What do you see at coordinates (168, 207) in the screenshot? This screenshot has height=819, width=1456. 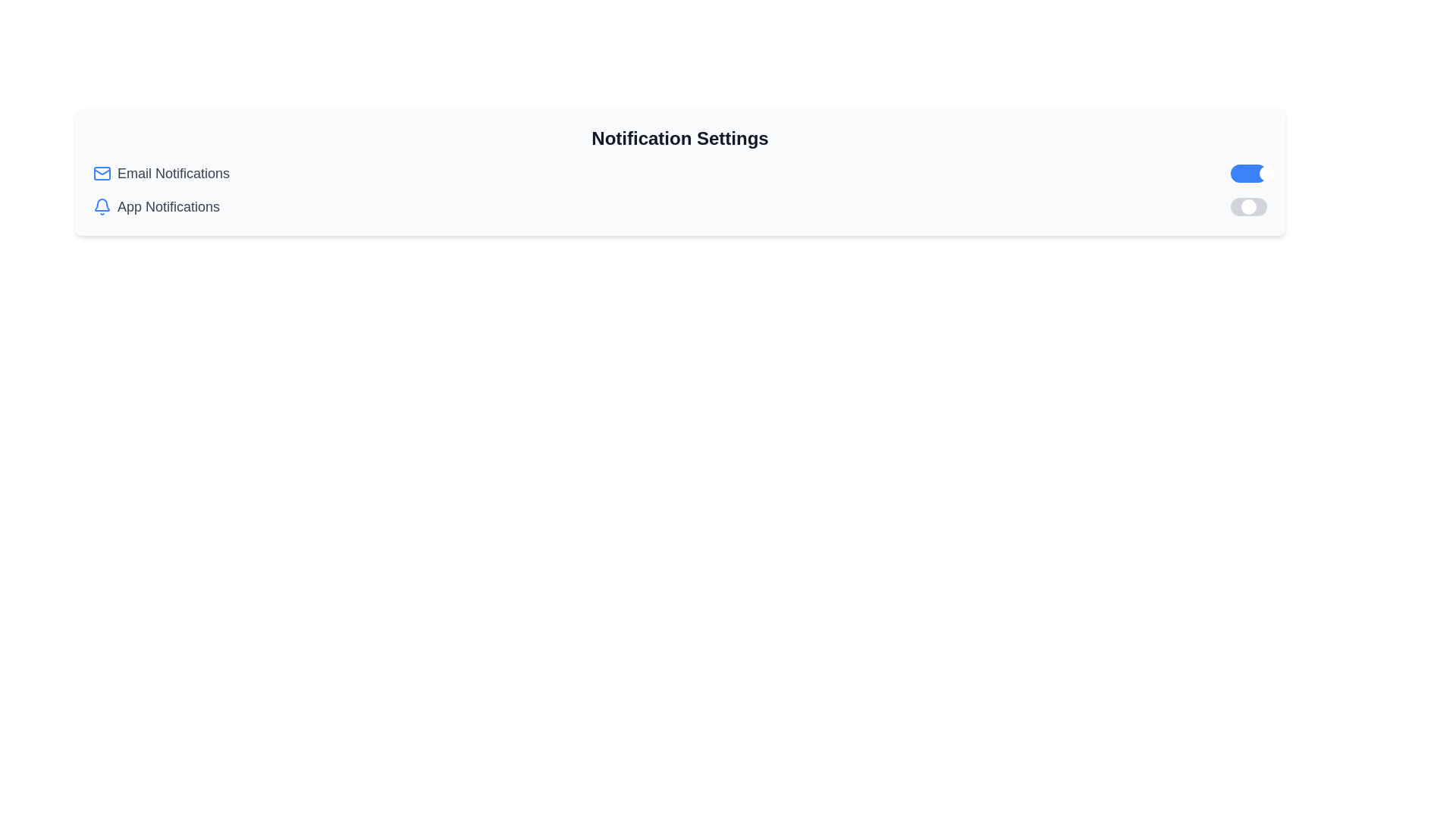 I see `the Text Label for App Notifications` at bounding box center [168, 207].